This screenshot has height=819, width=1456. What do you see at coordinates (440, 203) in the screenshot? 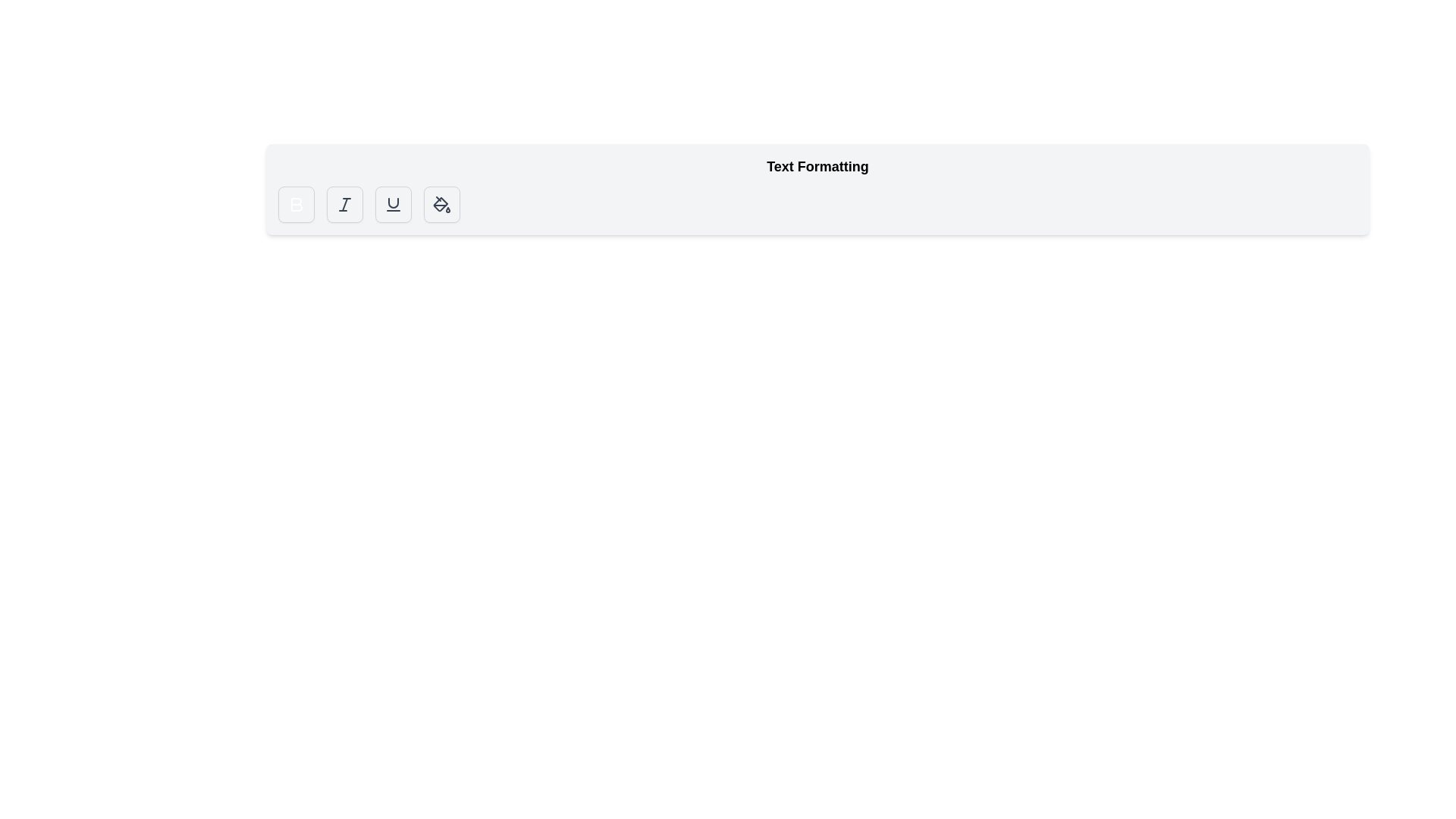
I see `the fourth icon in the horizontal series of icons, which resembles a paint bucket being tipped` at bounding box center [440, 203].